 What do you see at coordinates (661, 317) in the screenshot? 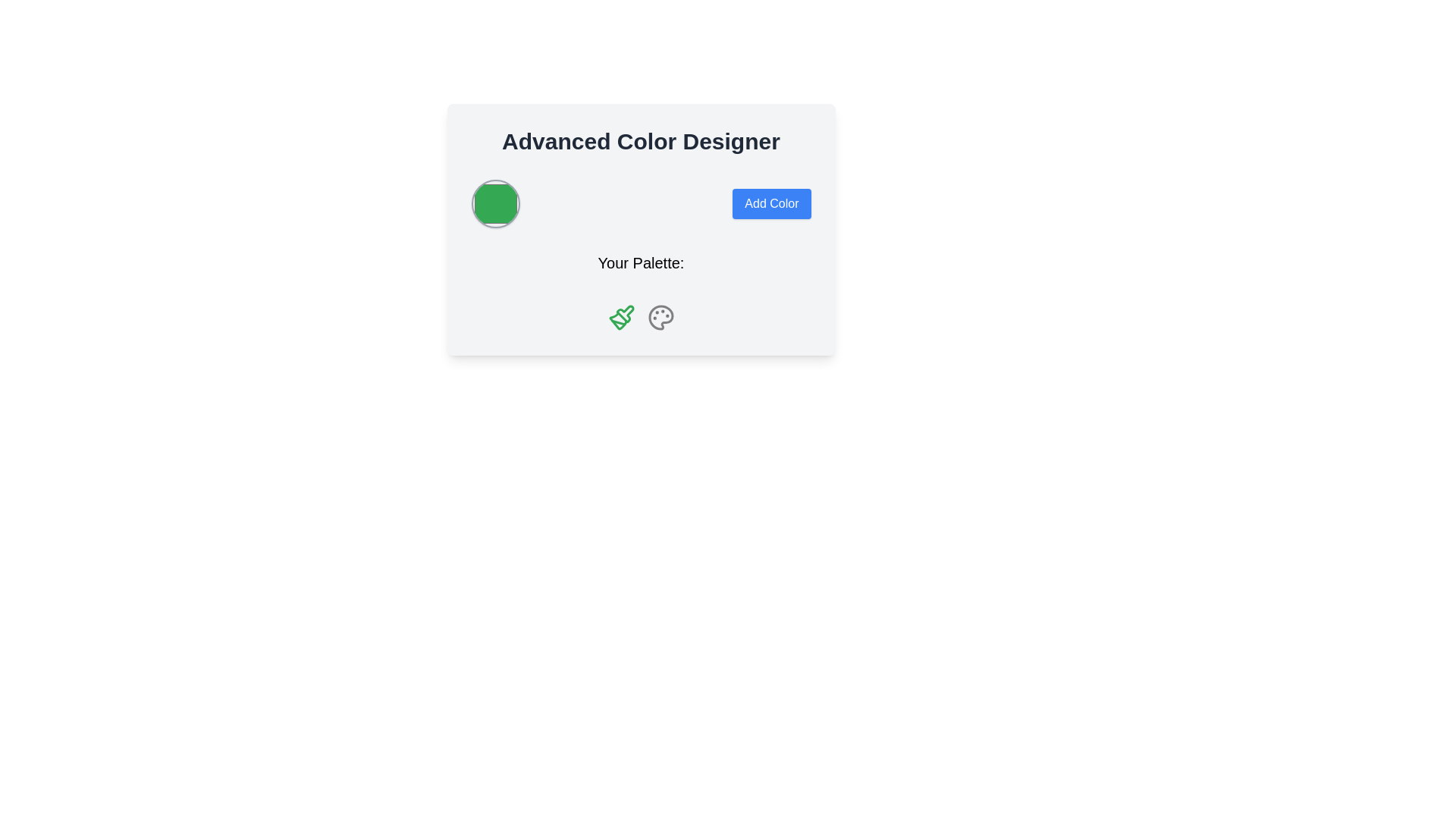
I see `the graphical icon representing a palette, located directly to the right of the leaf icon and below the 'Your Palette' label` at bounding box center [661, 317].